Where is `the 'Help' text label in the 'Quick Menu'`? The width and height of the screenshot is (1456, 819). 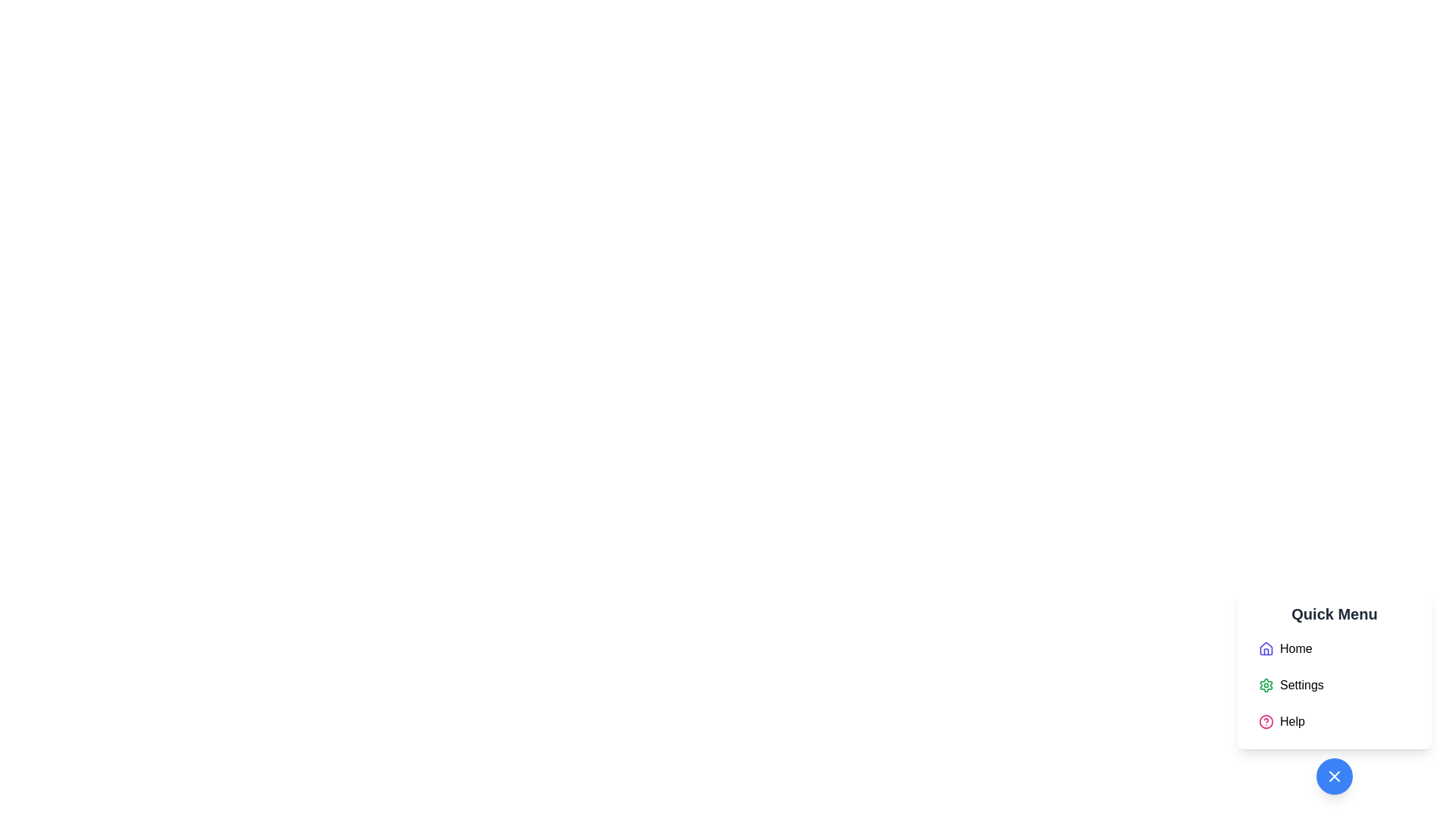
the 'Help' text label in the 'Quick Menu' is located at coordinates (1291, 721).